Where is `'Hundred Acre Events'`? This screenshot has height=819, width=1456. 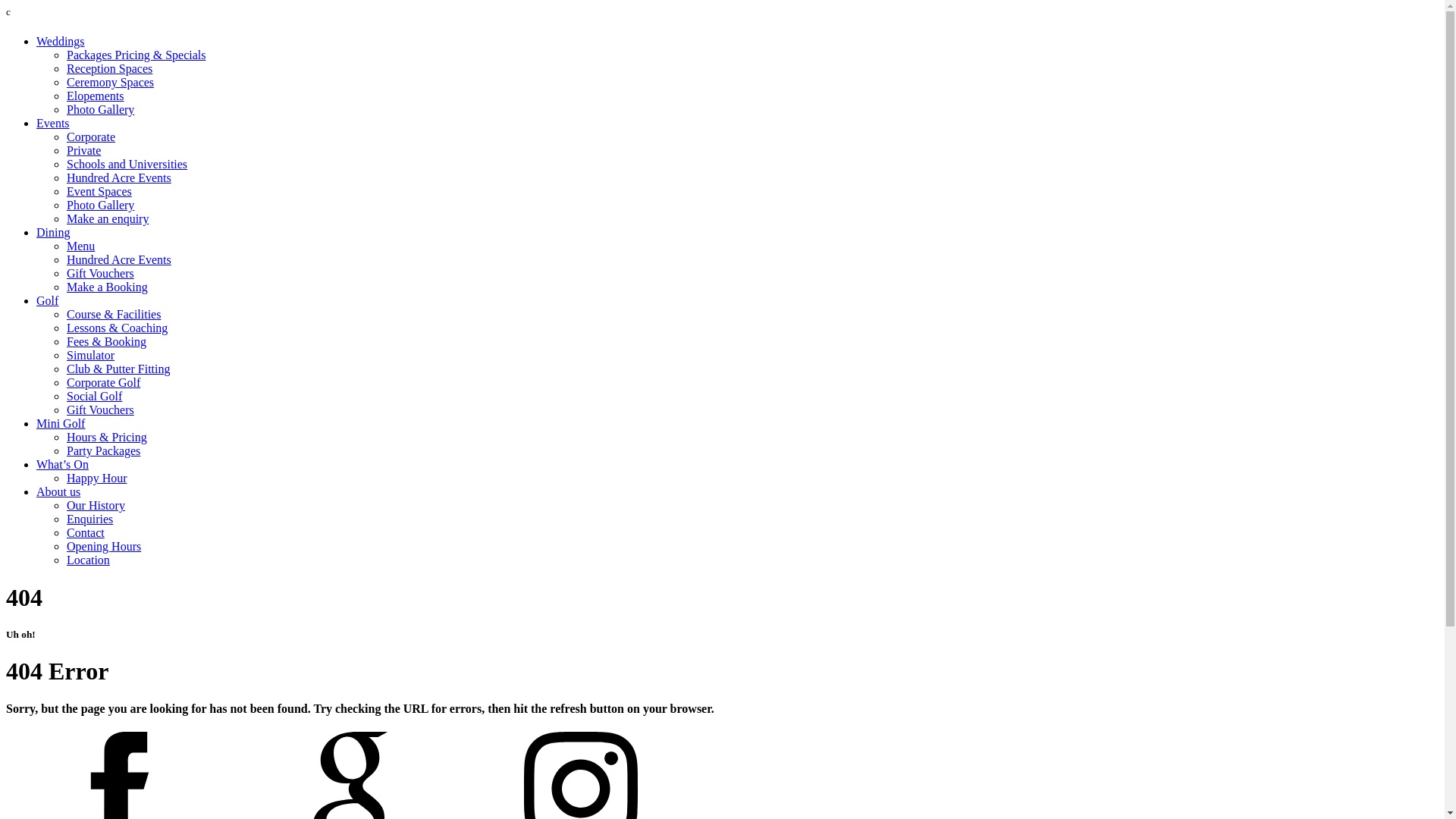 'Hundred Acre Events' is located at coordinates (65, 177).